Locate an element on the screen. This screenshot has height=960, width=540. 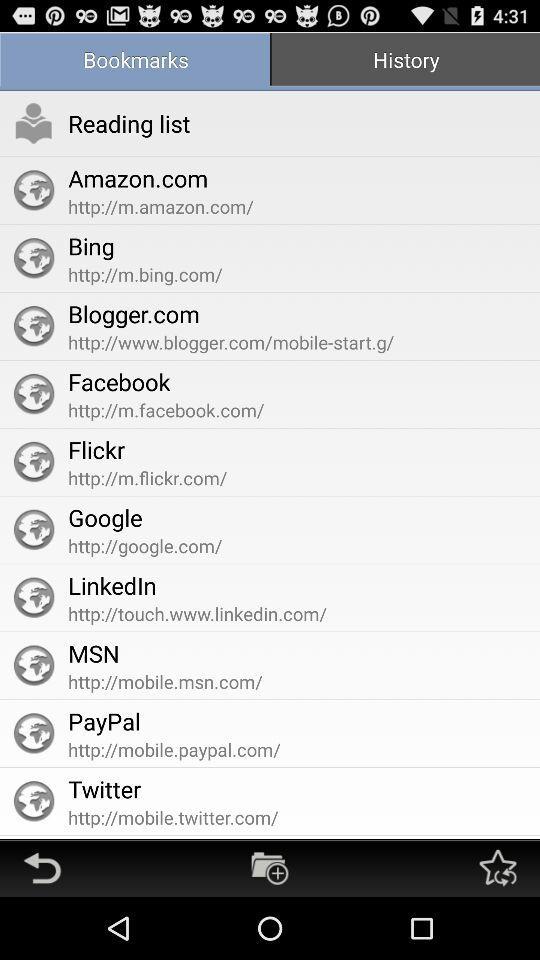
the item below bookmarks app is located at coordinates (33, 122).